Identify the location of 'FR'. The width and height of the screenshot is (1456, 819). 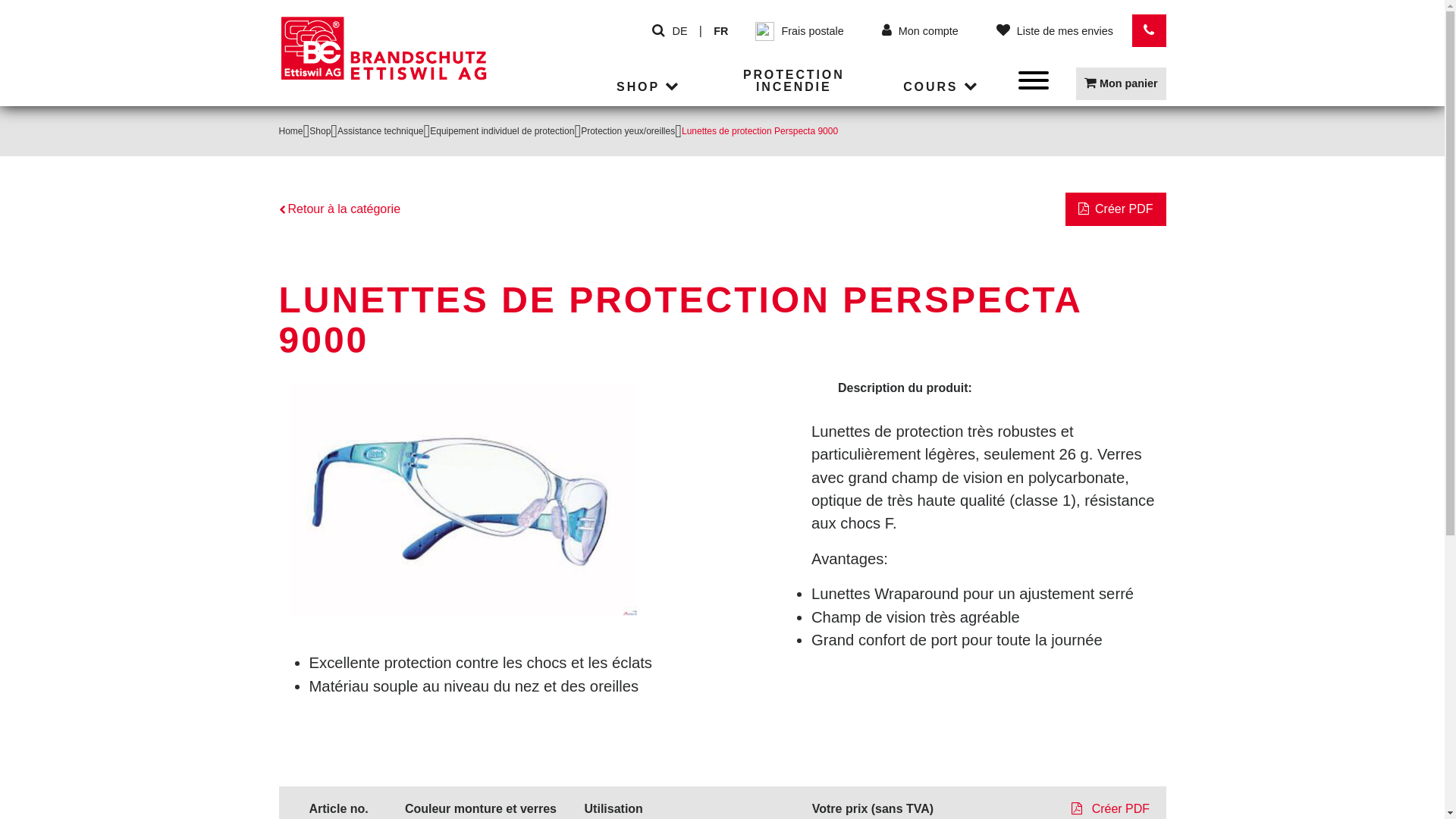
(720, 31).